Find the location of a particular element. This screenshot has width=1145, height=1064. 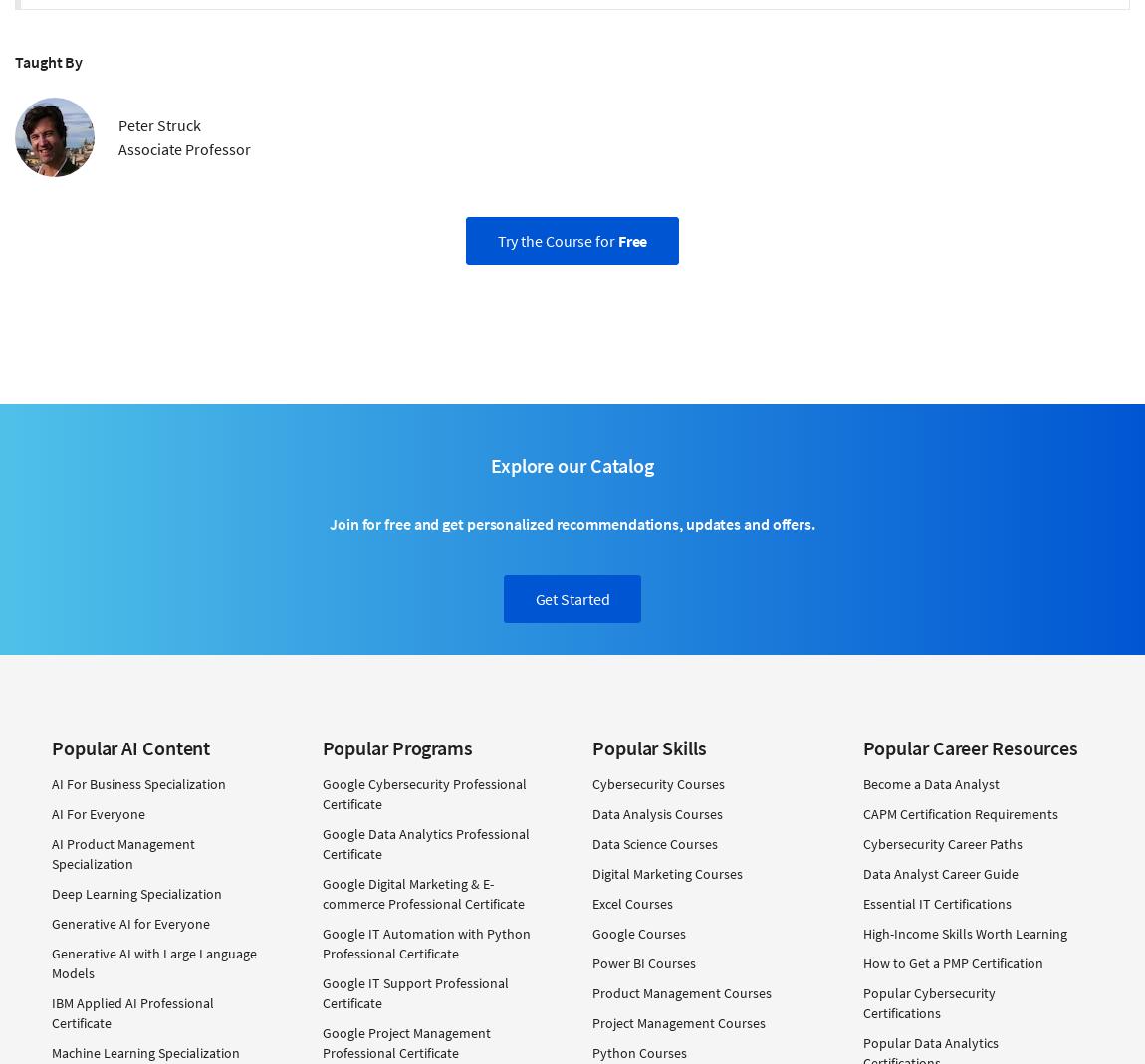

'Join for free and get personalized recommendations, updates and offers.' is located at coordinates (572, 521).